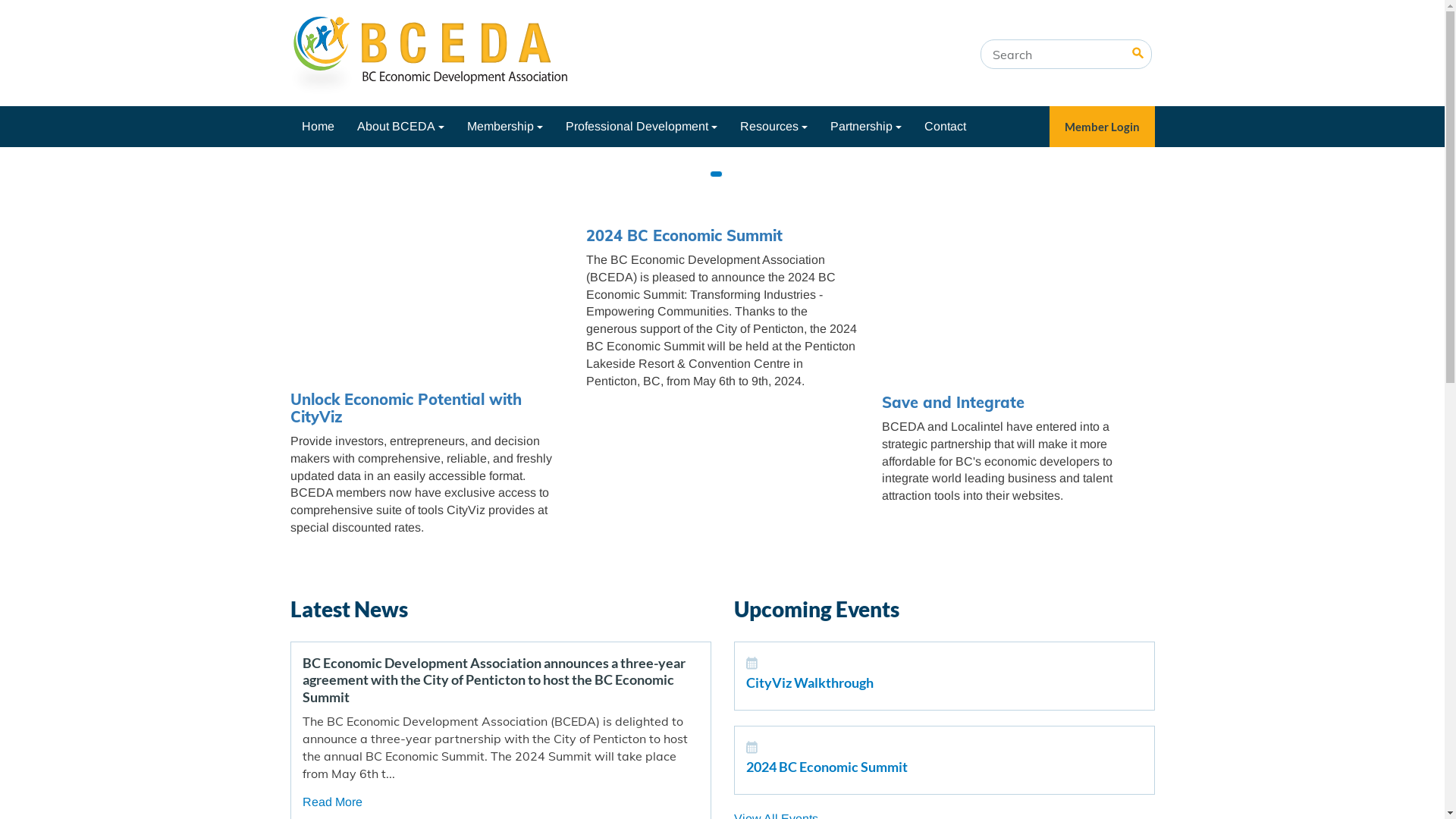  I want to click on 'Member Login', so click(1048, 125).